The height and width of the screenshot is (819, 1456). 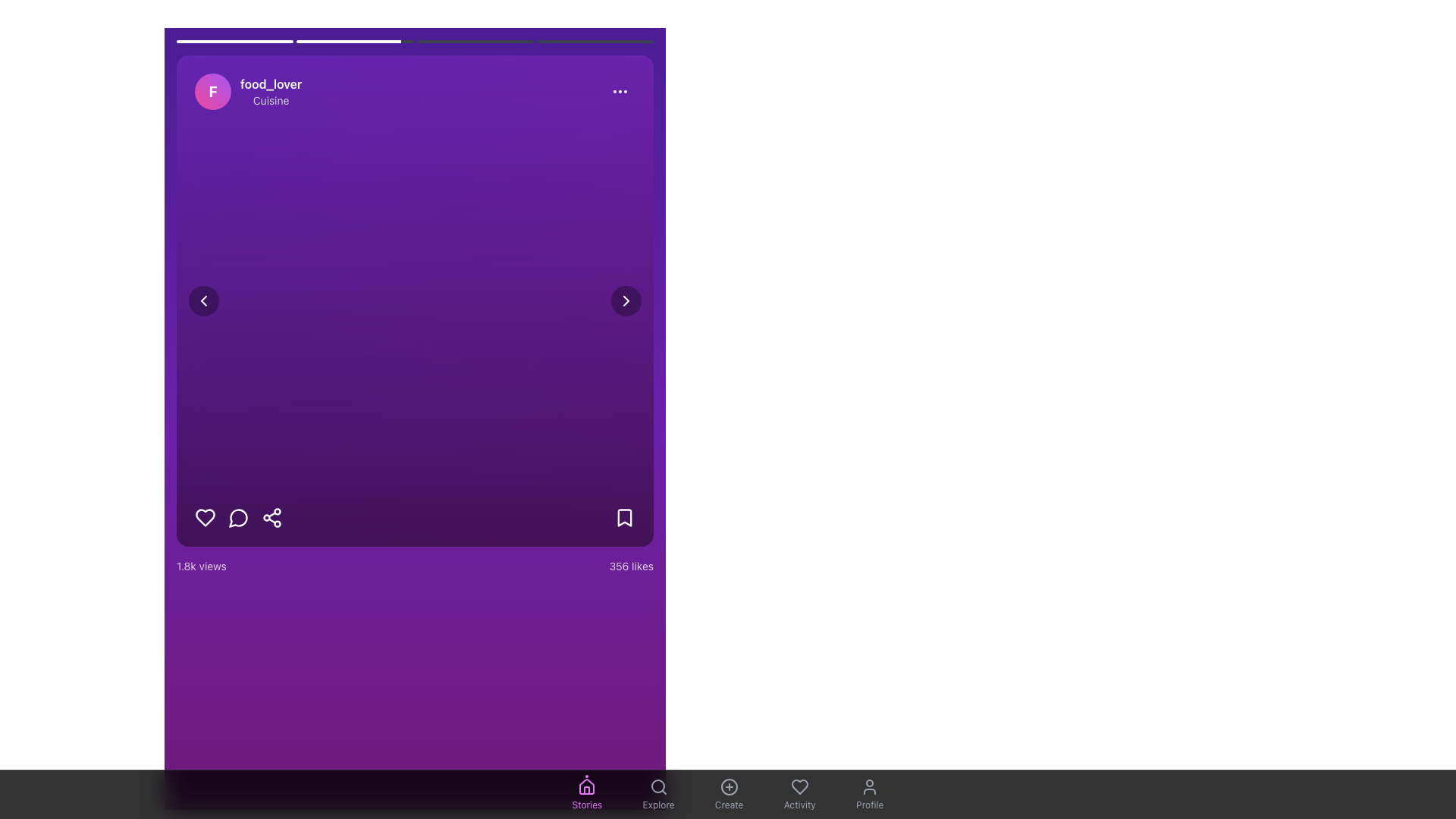 I want to click on the Profile display element containing the avatar, 'T' character, and text 'travel_explorer' and 'Adventure' for rearrangement, so click(x=261, y=91).